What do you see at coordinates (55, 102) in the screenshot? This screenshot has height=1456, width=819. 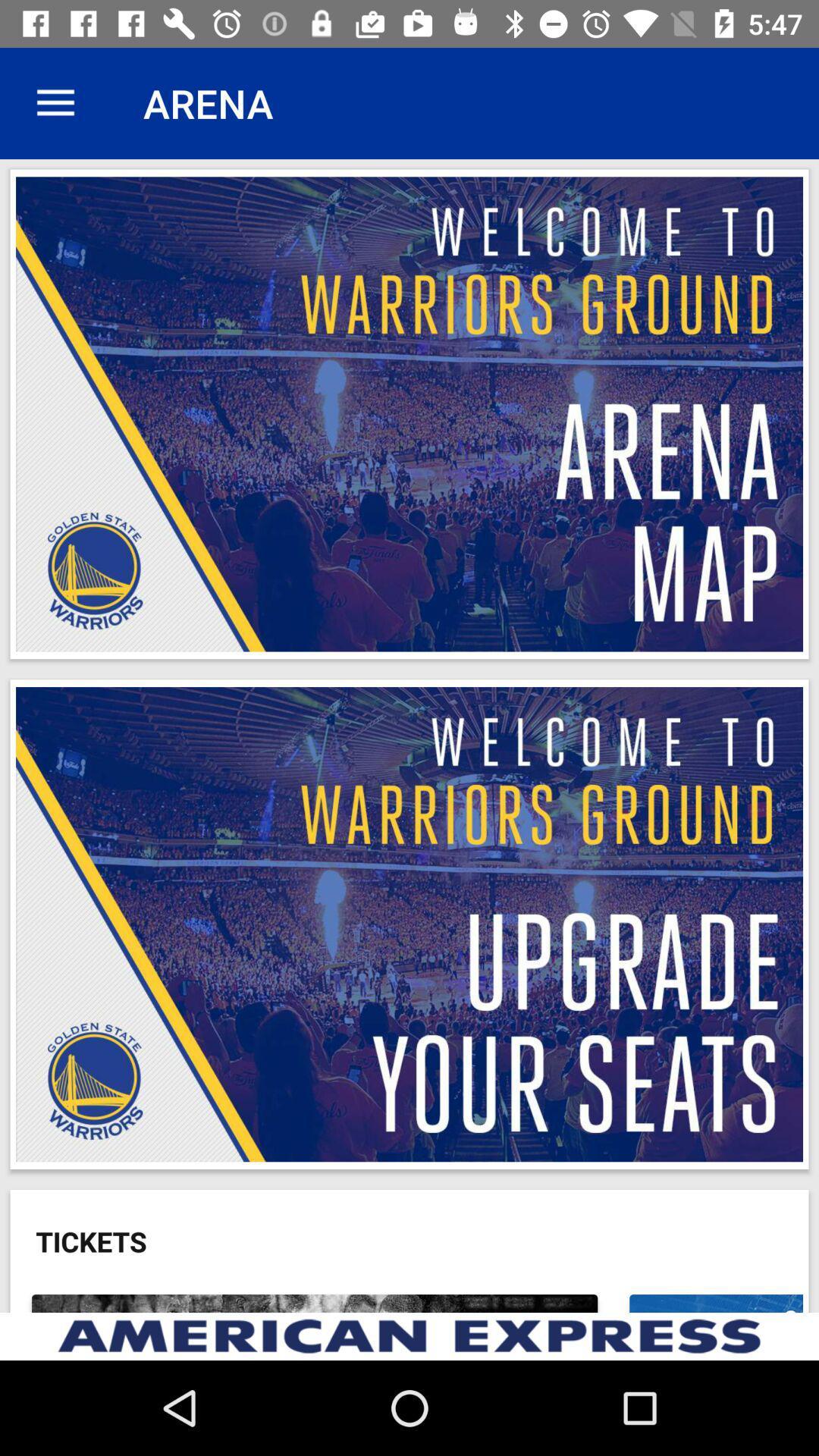 I see `the item next to arena item` at bounding box center [55, 102].